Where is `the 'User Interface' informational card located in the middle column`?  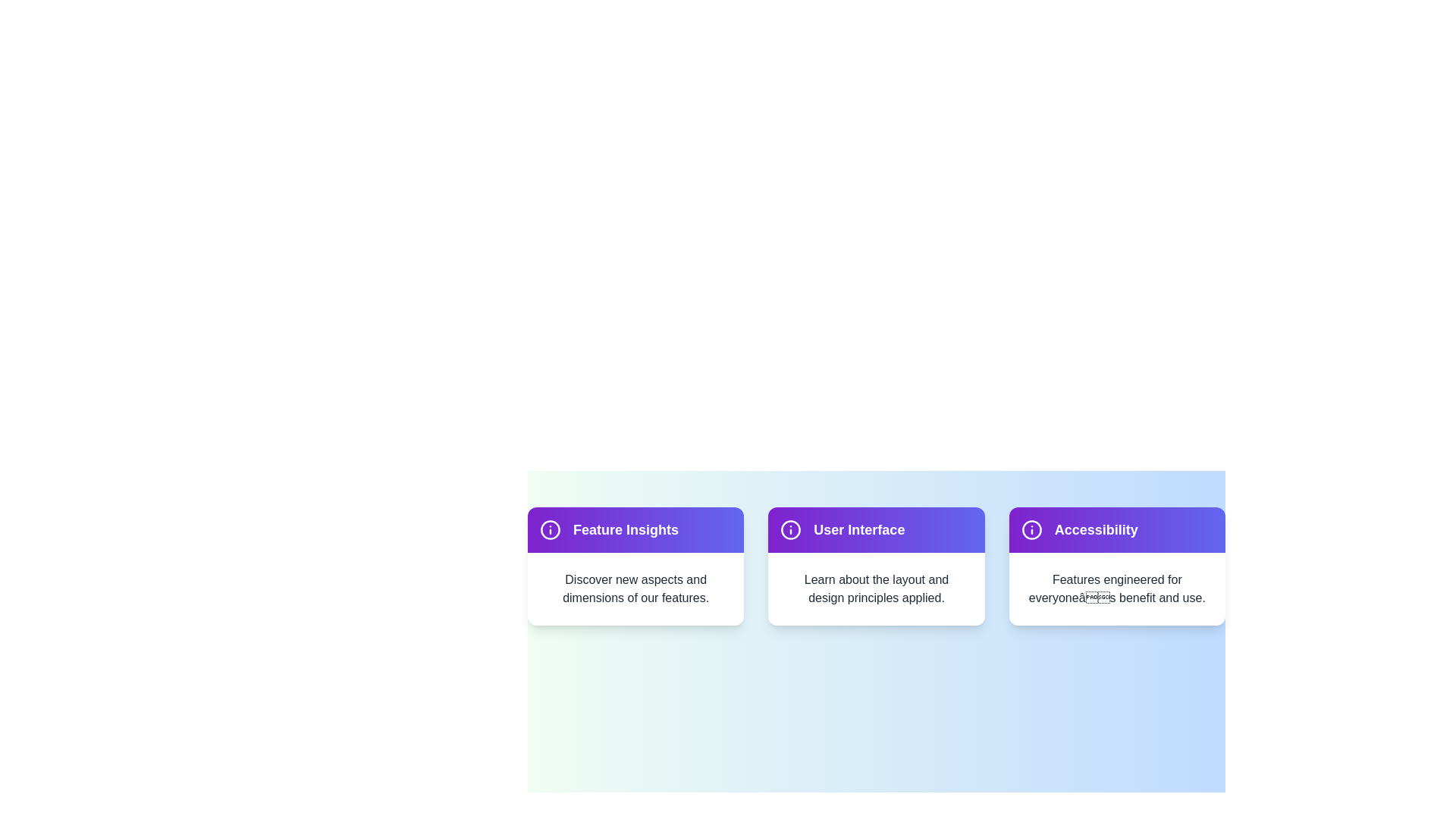
the 'User Interface' informational card located in the middle column is located at coordinates (877, 566).